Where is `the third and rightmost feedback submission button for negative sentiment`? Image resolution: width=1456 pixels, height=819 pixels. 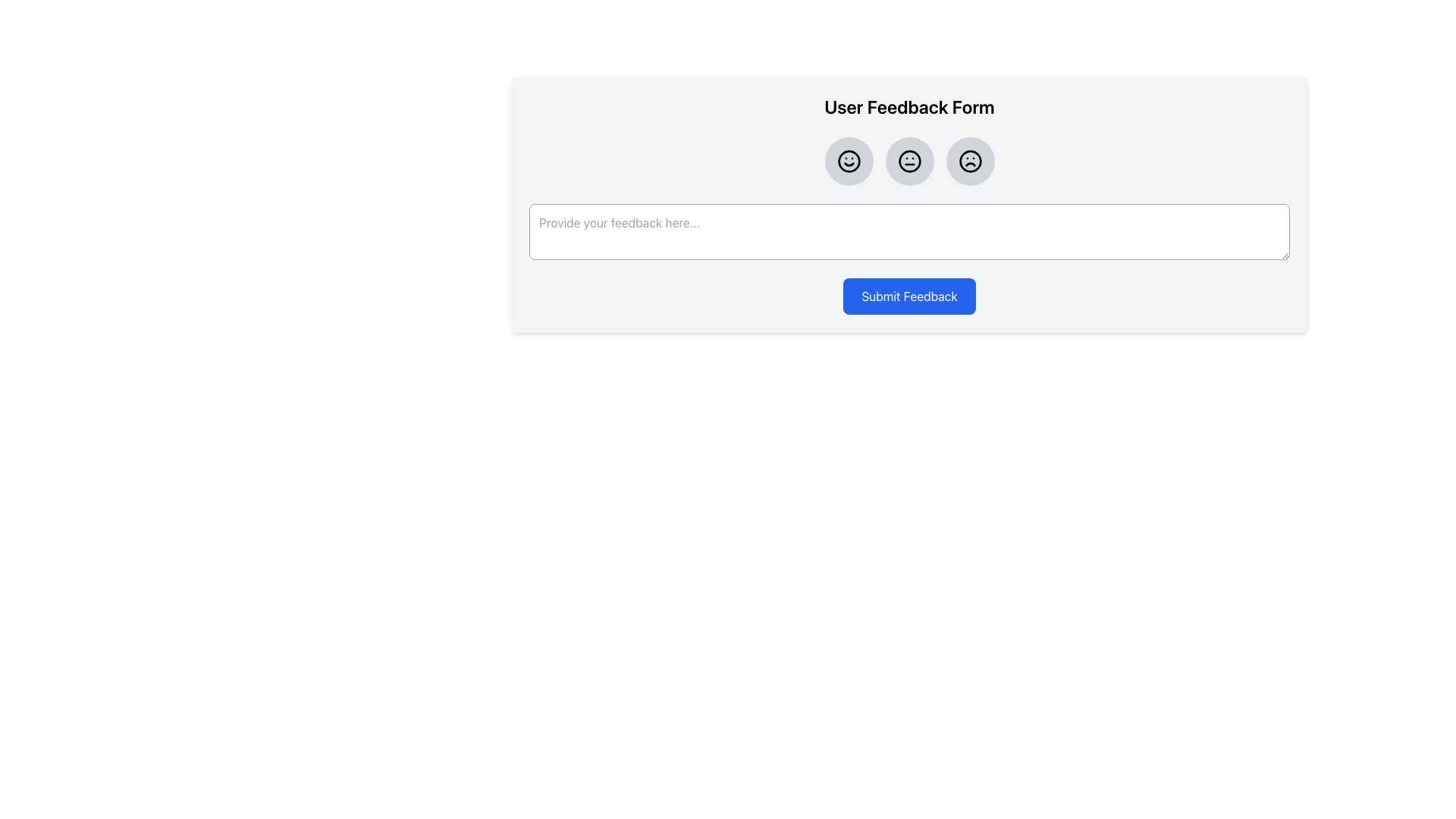 the third and rightmost feedback submission button for negative sentiment is located at coordinates (969, 161).